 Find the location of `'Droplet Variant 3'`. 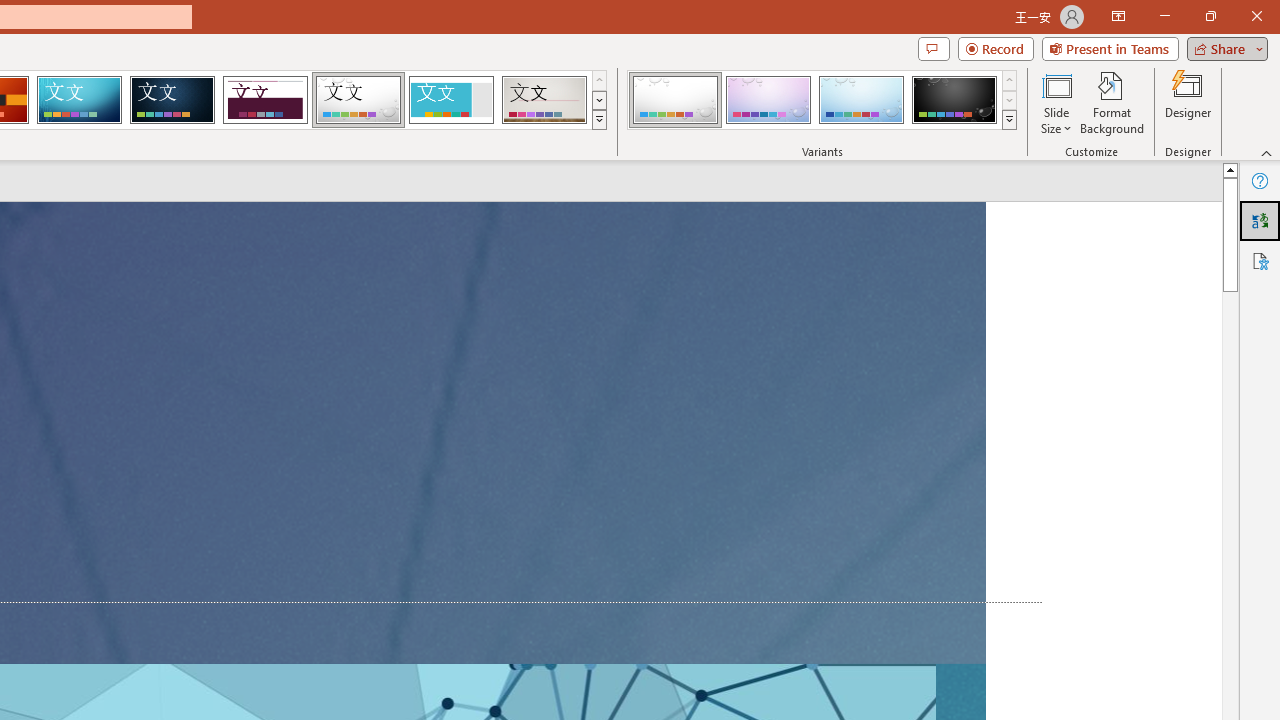

'Droplet Variant 3' is located at coordinates (861, 100).